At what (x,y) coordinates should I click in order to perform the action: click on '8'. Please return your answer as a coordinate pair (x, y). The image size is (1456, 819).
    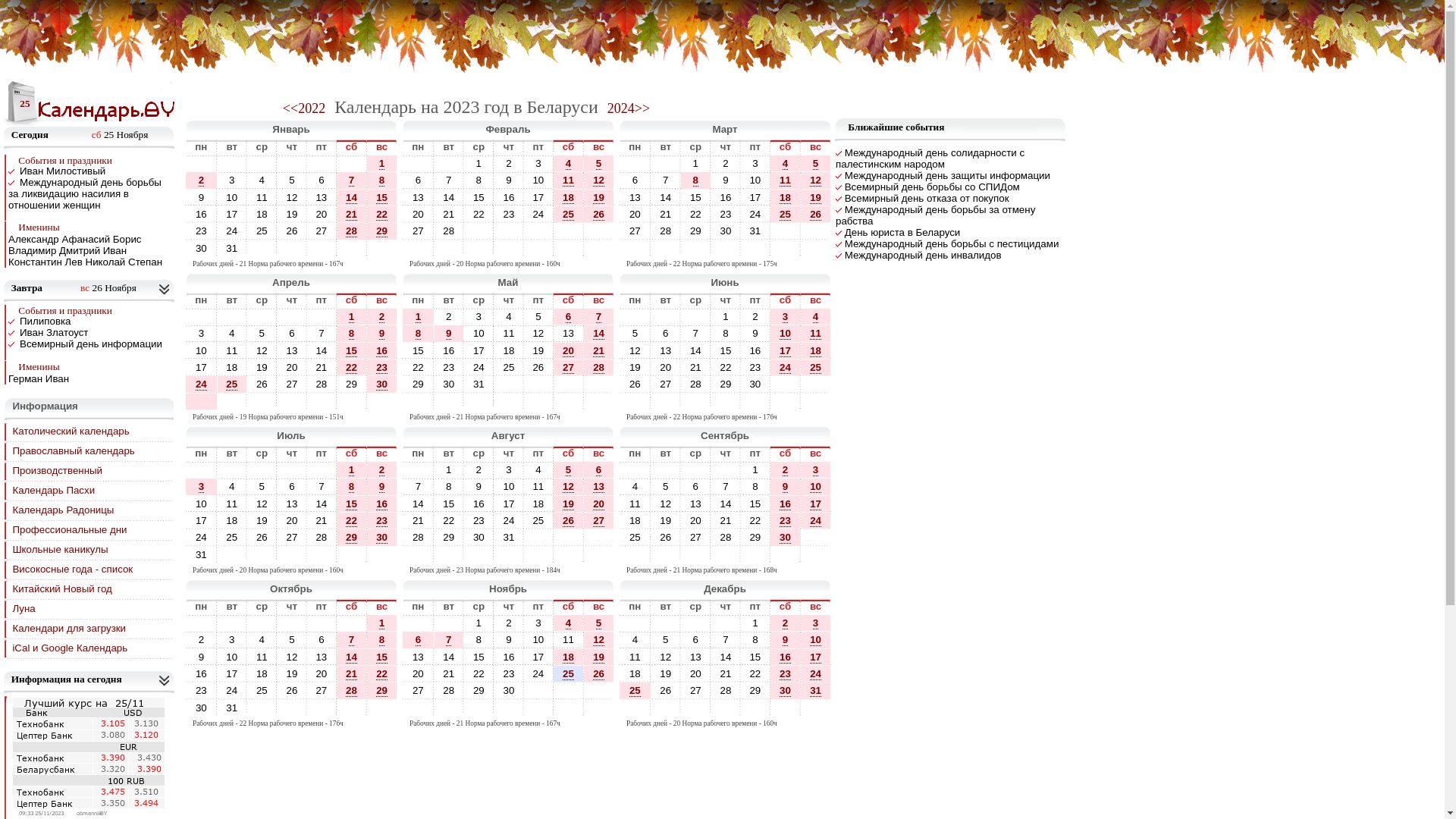
    Looking at the image, I should click on (381, 179).